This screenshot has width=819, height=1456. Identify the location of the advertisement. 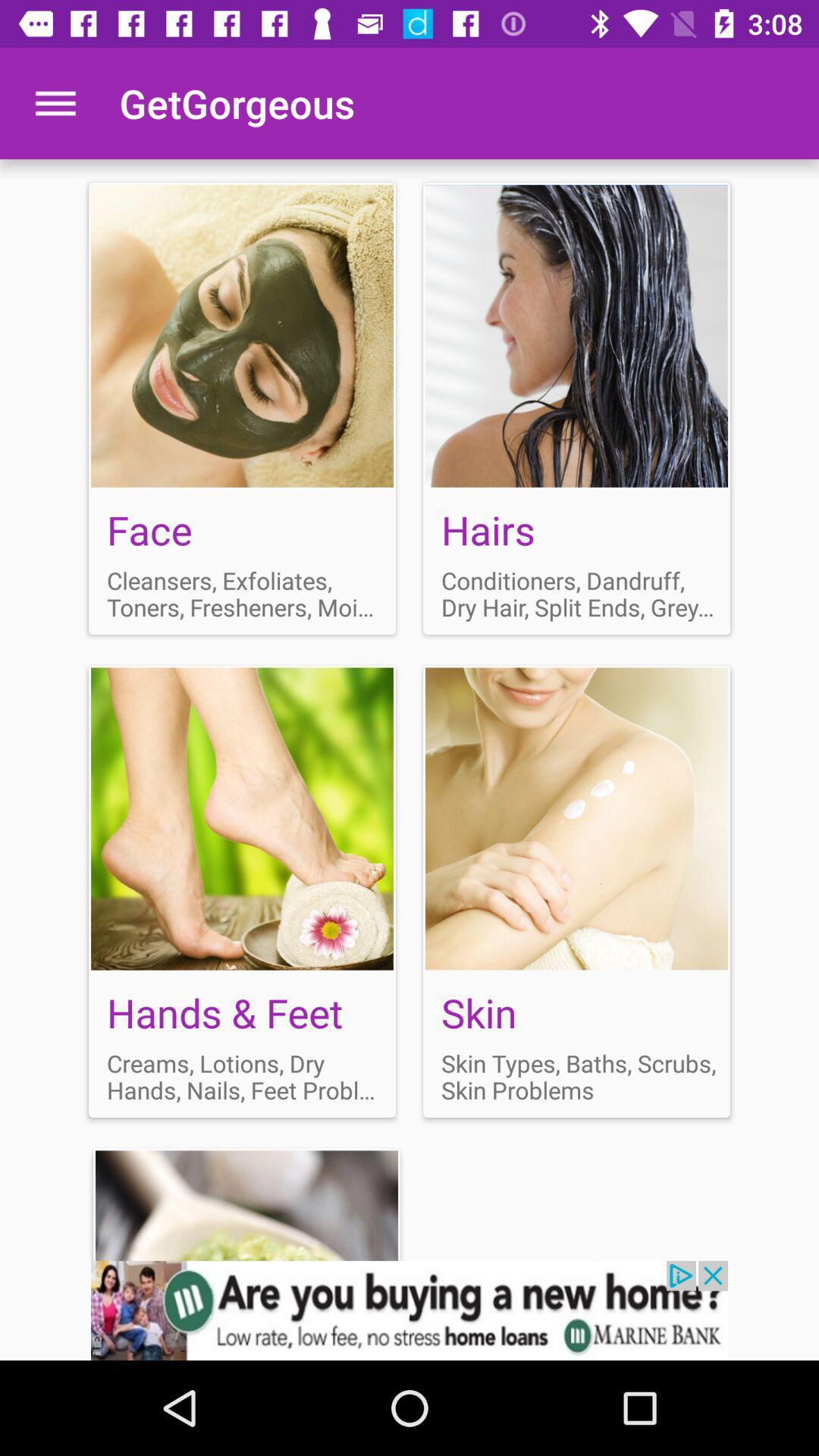
(409, 1310).